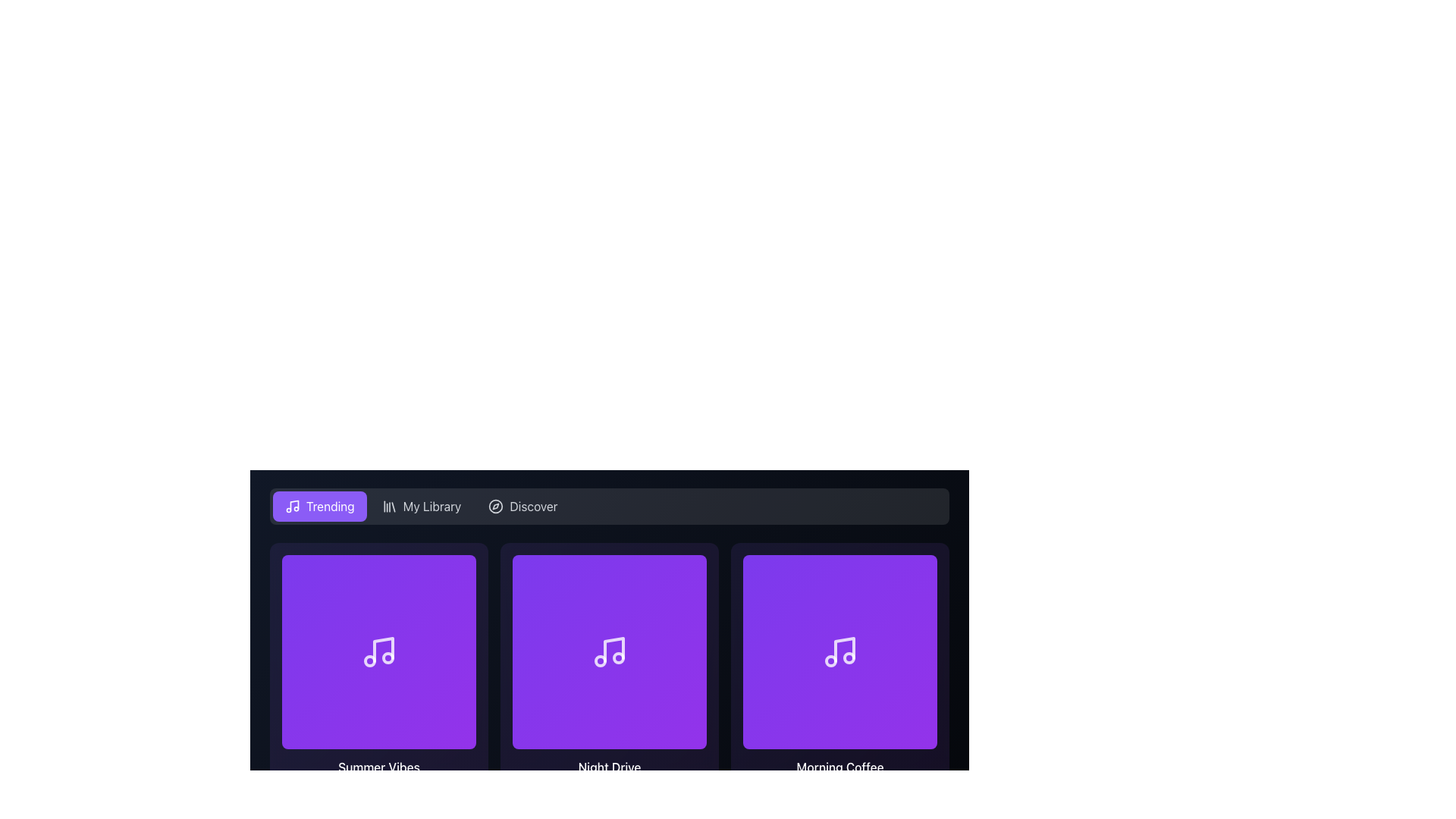 The height and width of the screenshot is (819, 1456). What do you see at coordinates (522, 506) in the screenshot?
I see `the 'Discover' button, the third button in the horizontal navigation bar` at bounding box center [522, 506].